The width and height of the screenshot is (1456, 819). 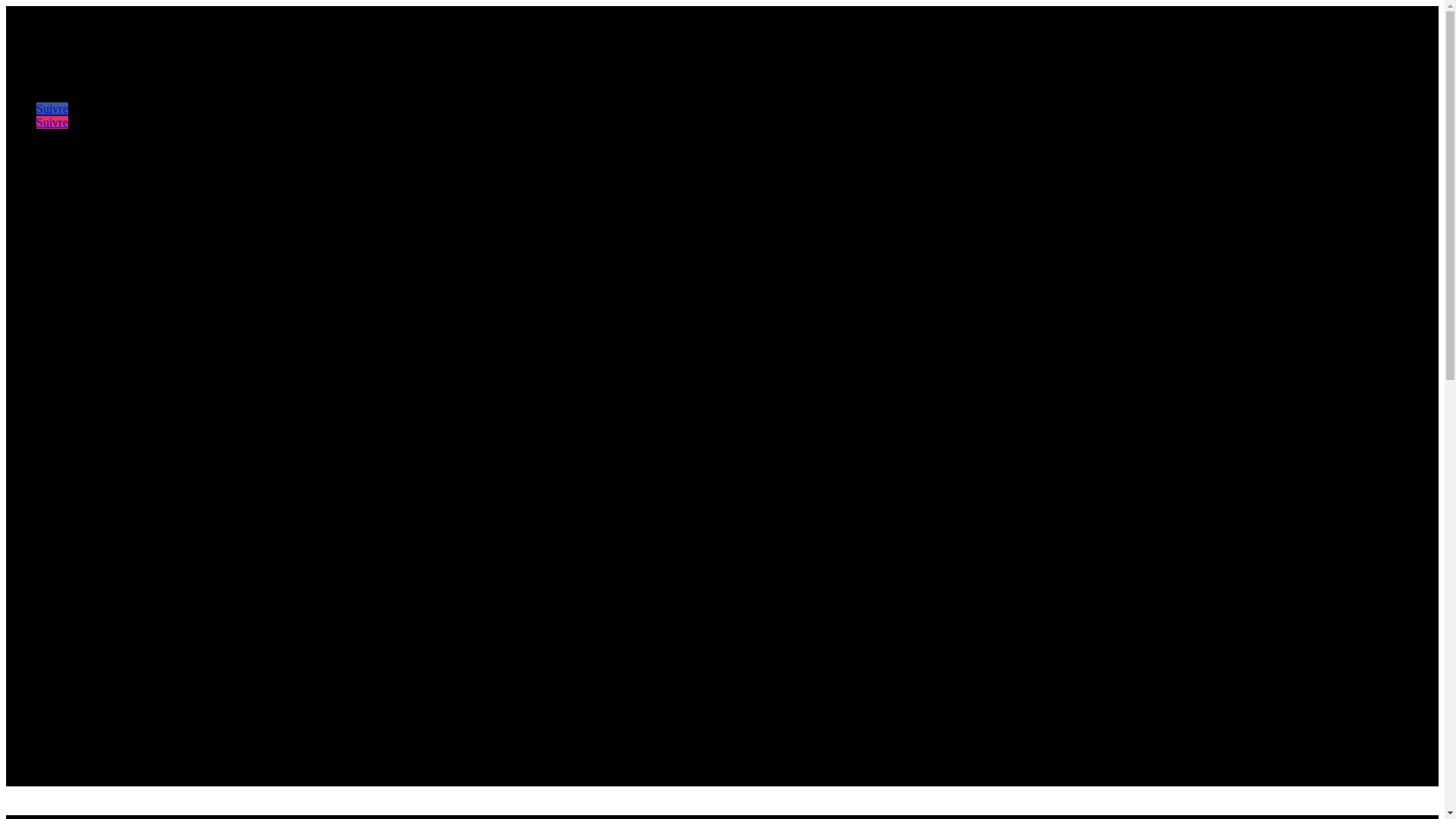 What do you see at coordinates (52, 108) in the screenshot?
I see `'Suivre'` at bounding box center [52, 108].